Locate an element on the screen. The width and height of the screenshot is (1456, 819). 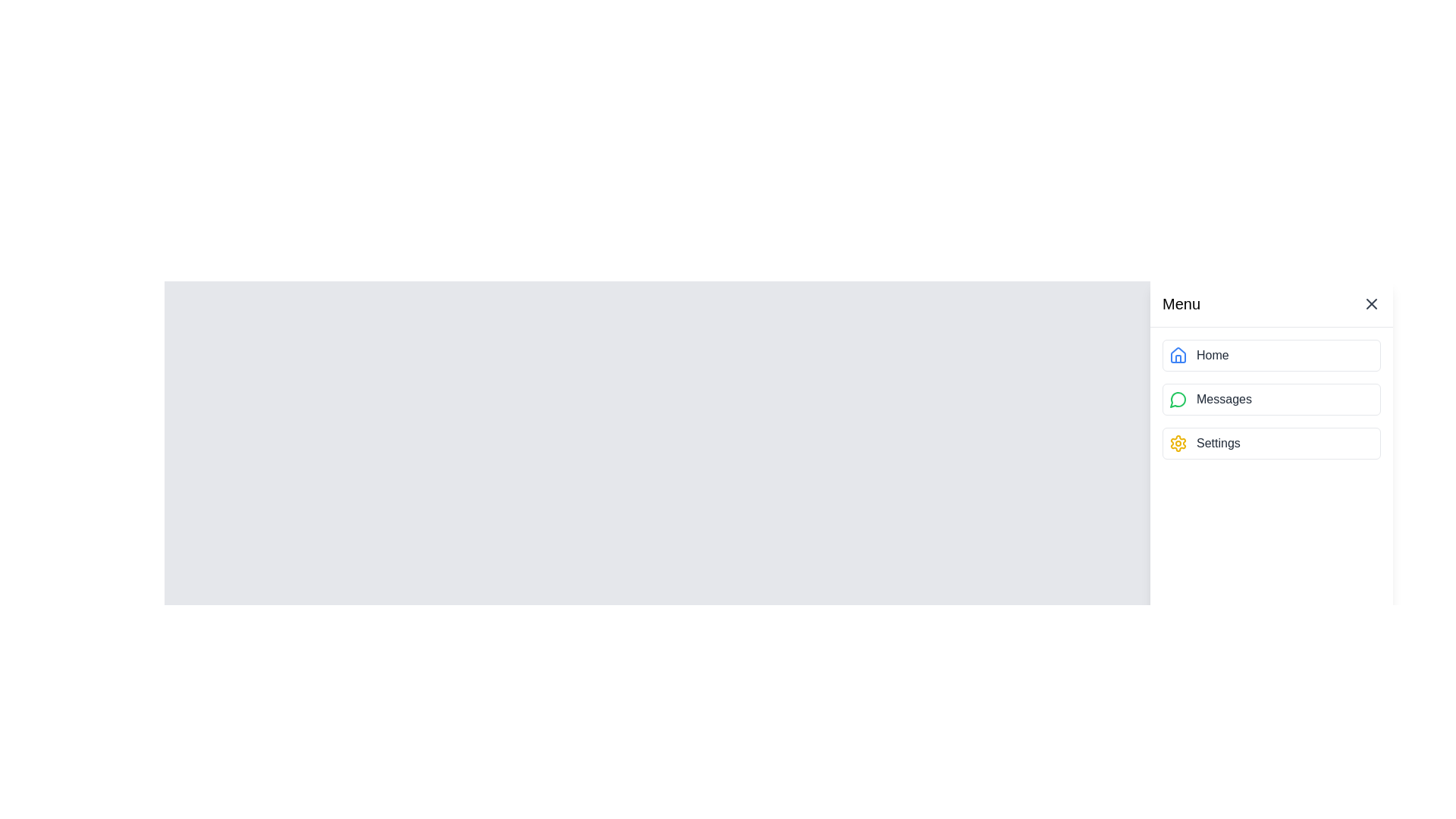
the Close button located at the top-right corner of the menu panel is located at coordinates (1372, 304).